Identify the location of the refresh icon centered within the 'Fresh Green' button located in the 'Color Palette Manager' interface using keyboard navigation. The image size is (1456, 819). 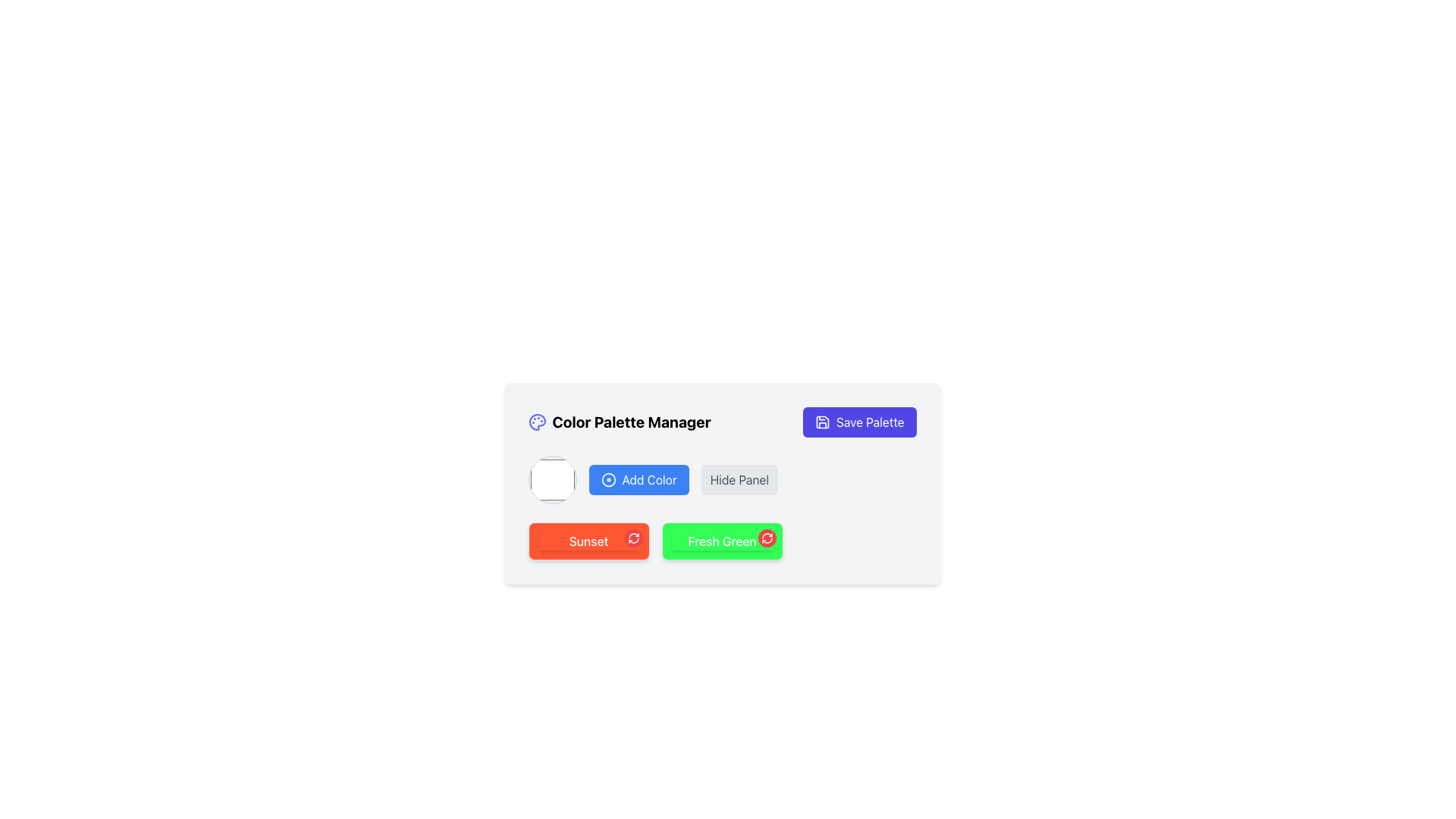
(767, 537).